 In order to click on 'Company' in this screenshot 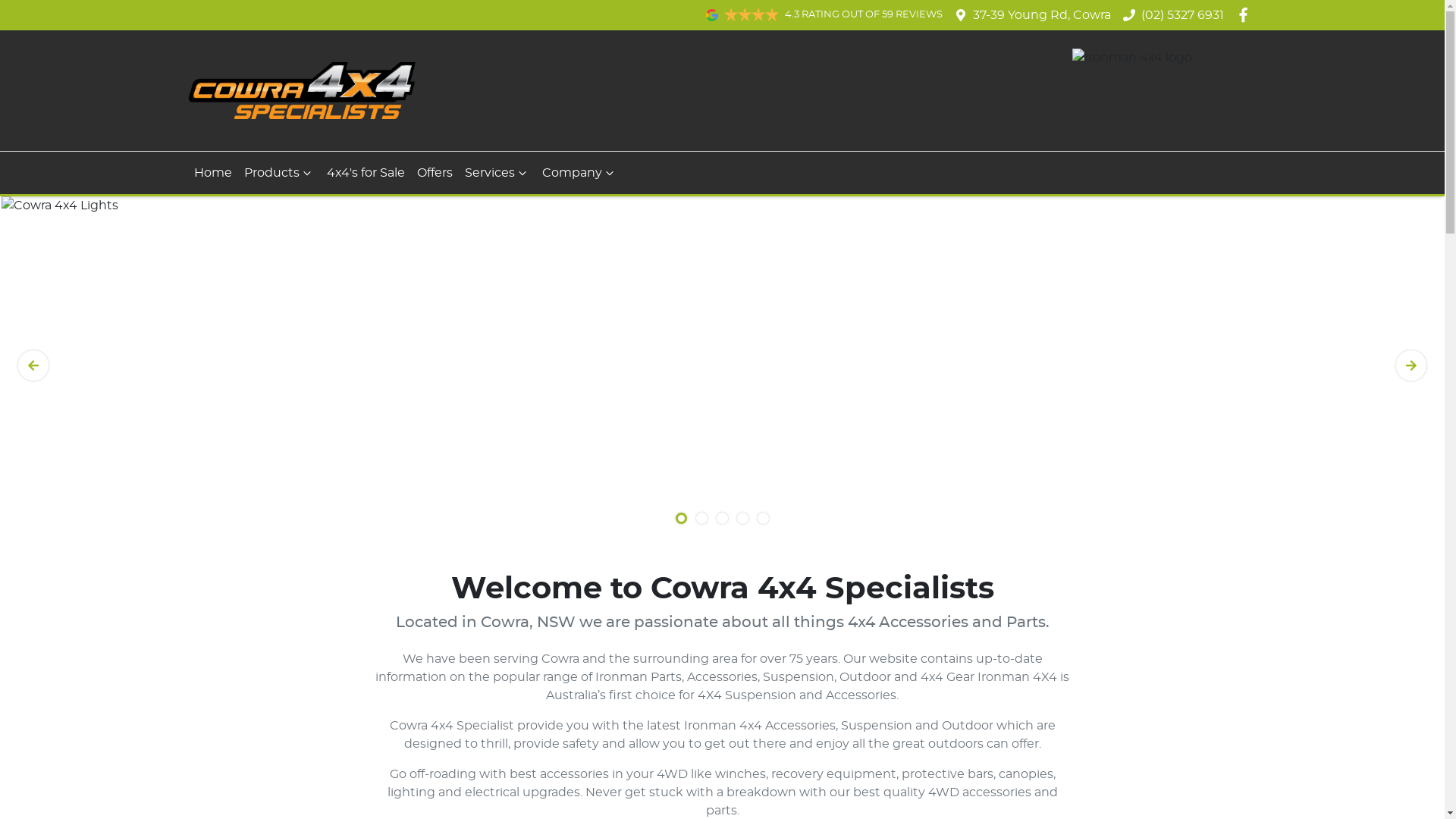, I will do `click(578, 171)`.